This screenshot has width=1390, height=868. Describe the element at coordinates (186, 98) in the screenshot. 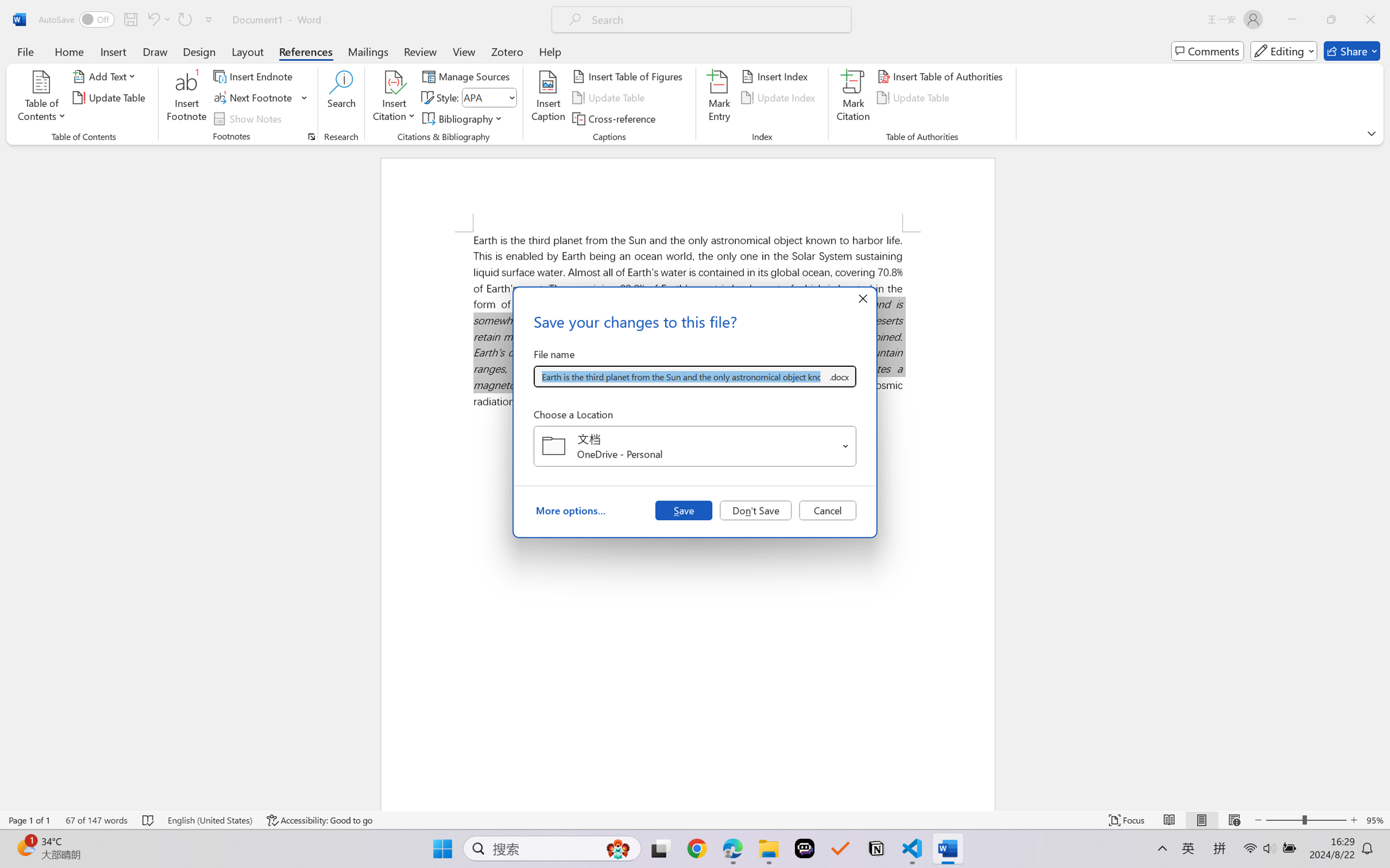

I see `'Insert Footnote'` at that location.